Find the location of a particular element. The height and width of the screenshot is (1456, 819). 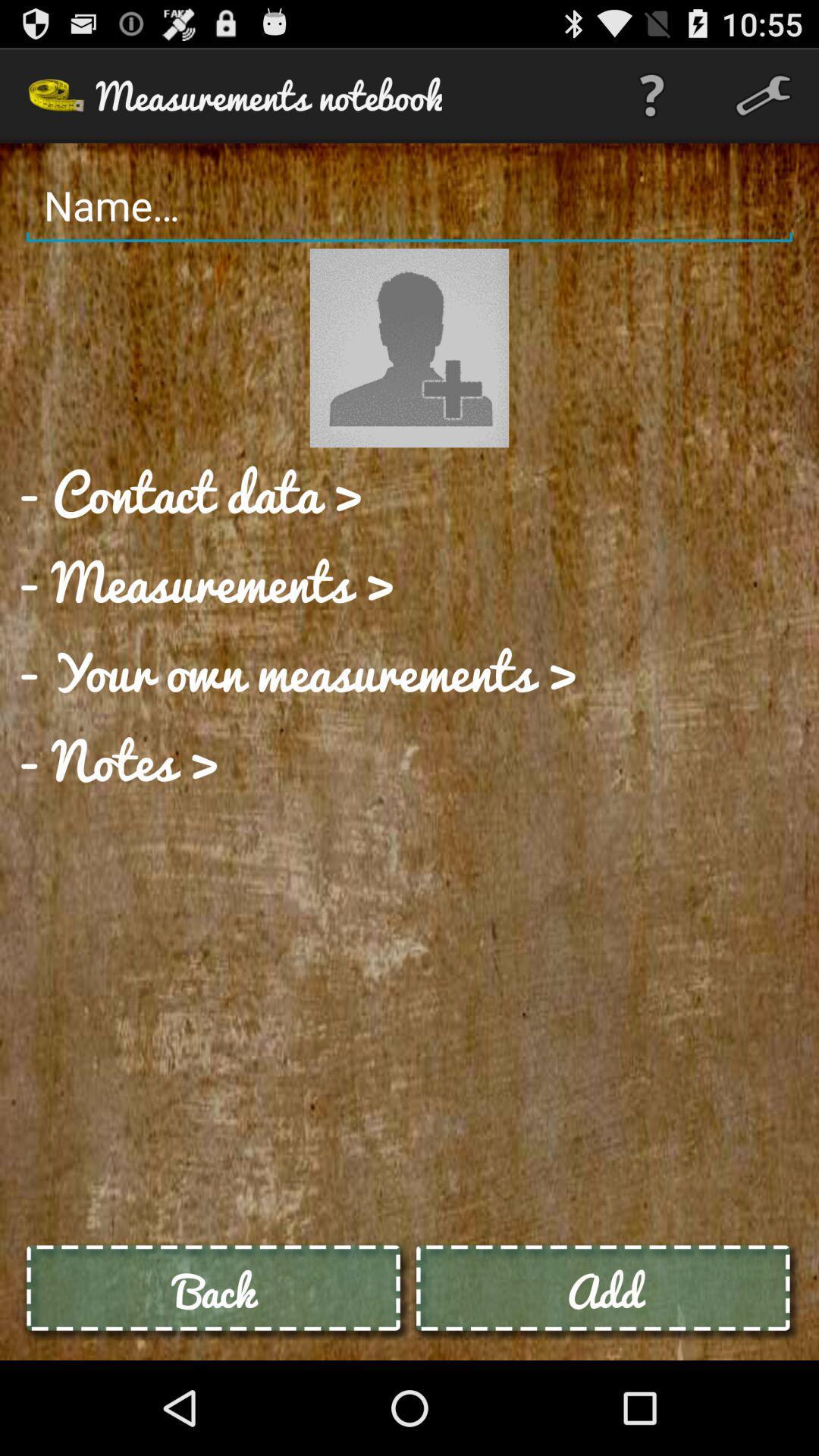

change avatar image is located at coordinates (409, 347).